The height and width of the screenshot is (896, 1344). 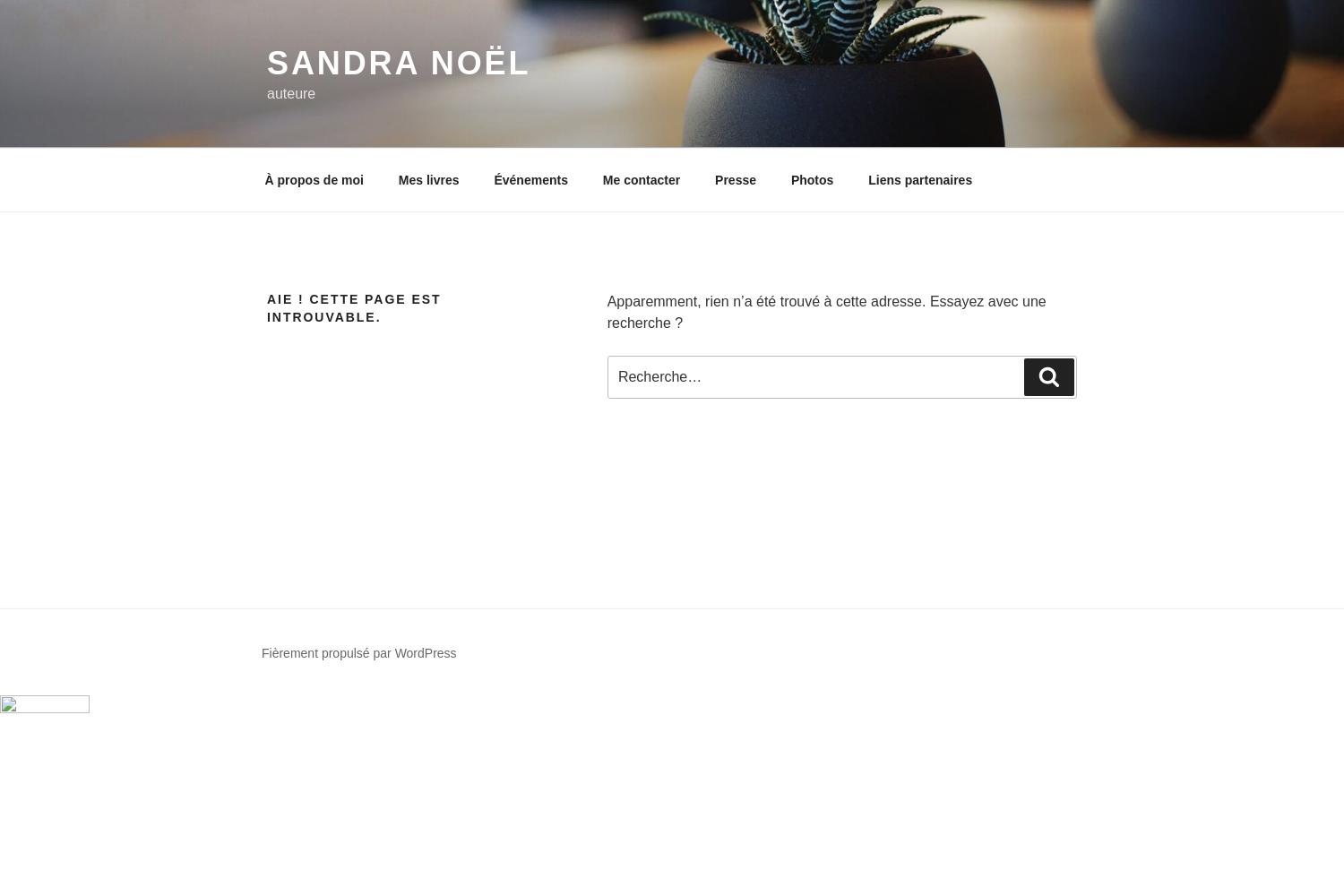 I want to click on 'Fièrement propulsé par WordPress', so click(x=262, y=652).